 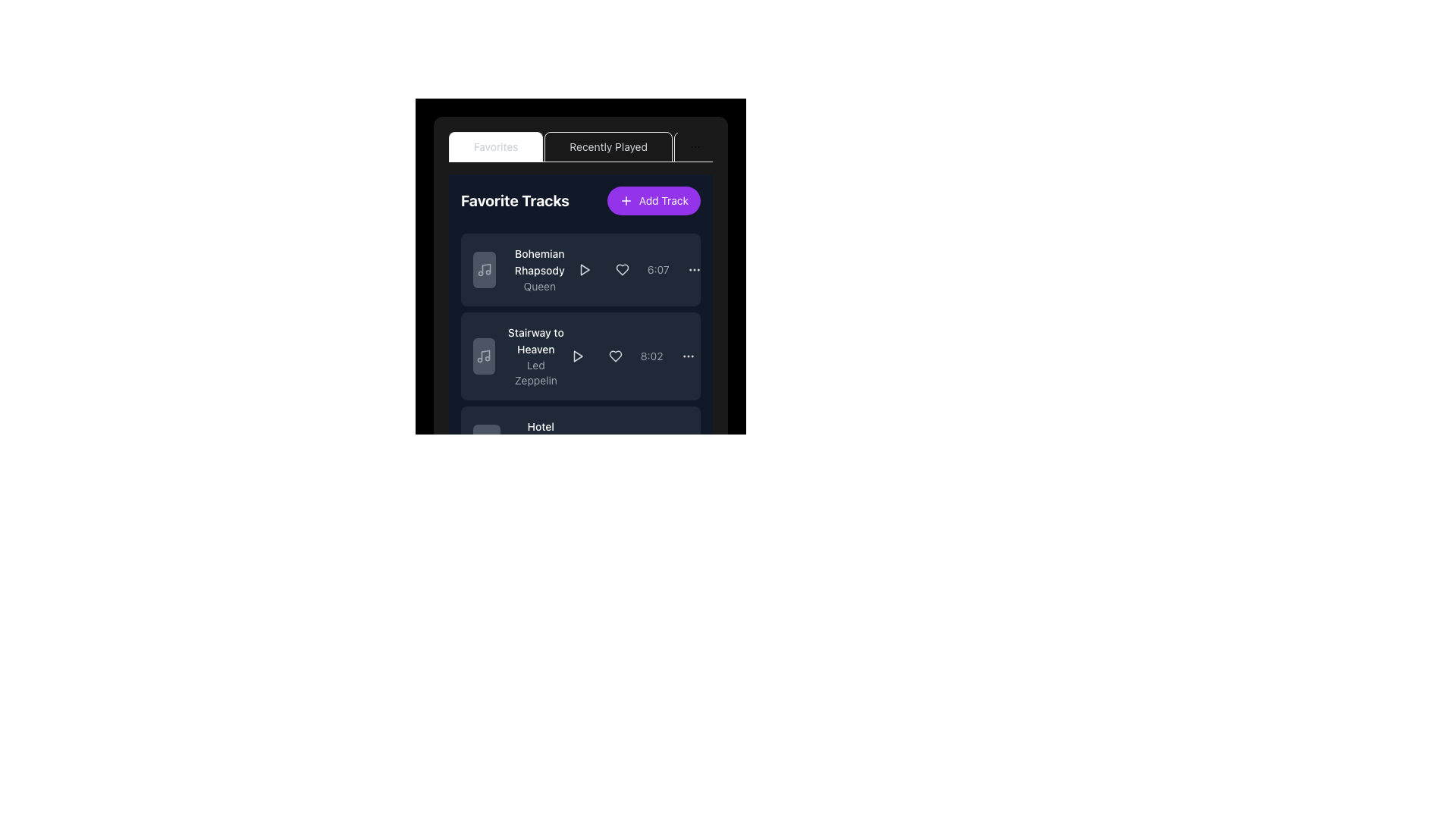 I want to click on the 'Recently Played' tab element, so click(x=608, y=146).